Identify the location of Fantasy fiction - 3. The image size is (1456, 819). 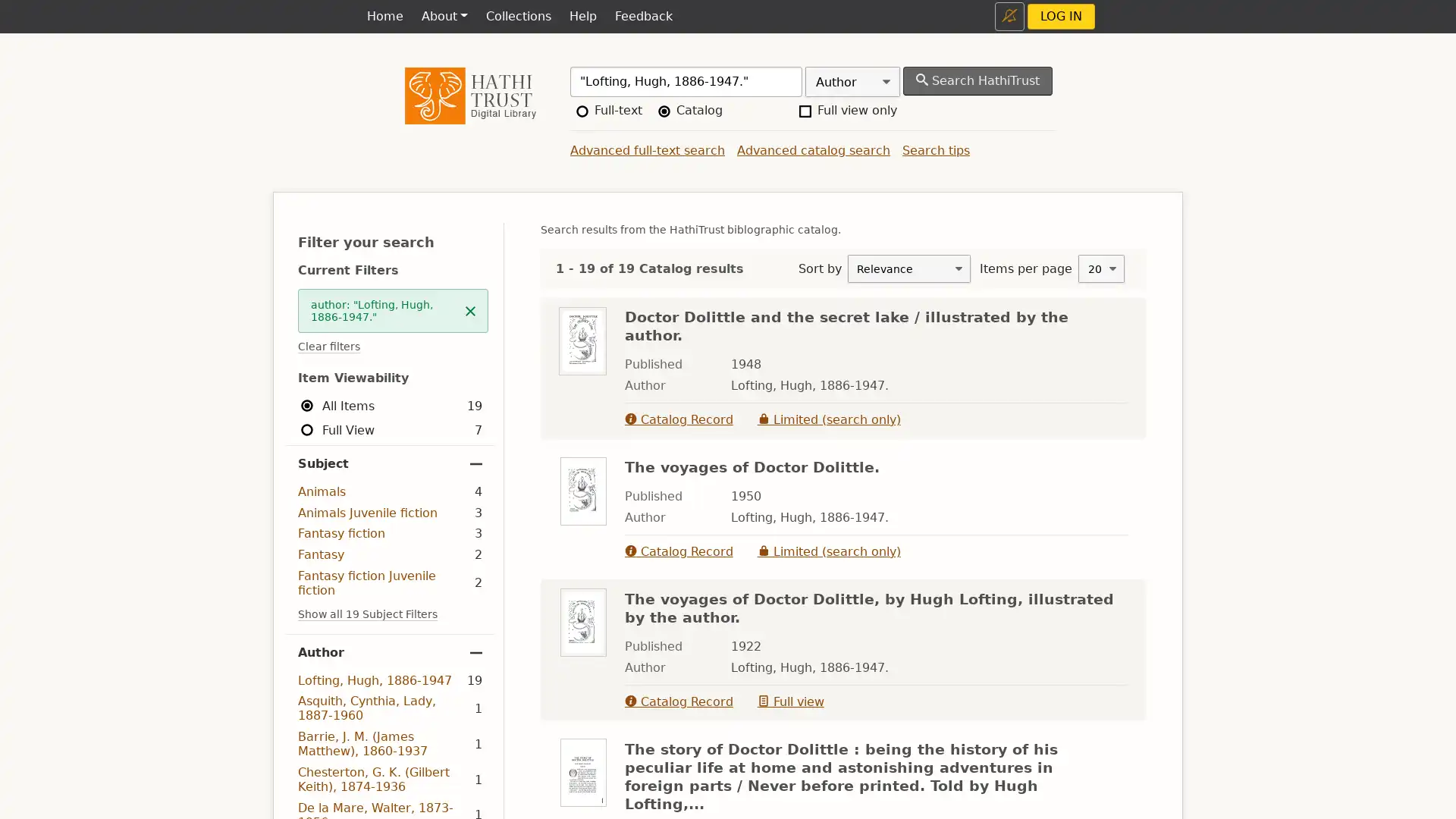
(390, 532).